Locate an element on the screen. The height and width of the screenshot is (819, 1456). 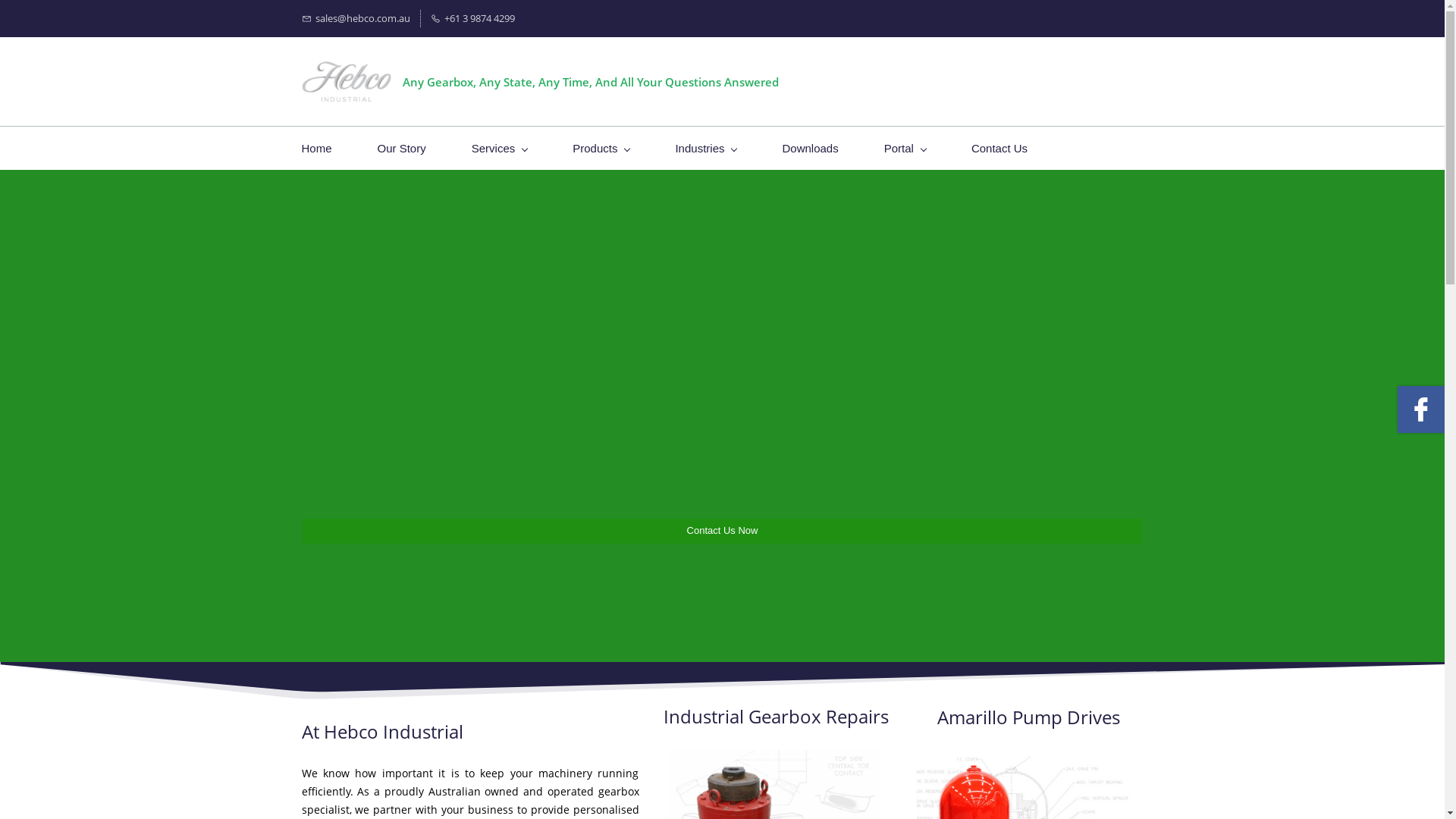
'Downloads' is located at coordinates (809, 148).